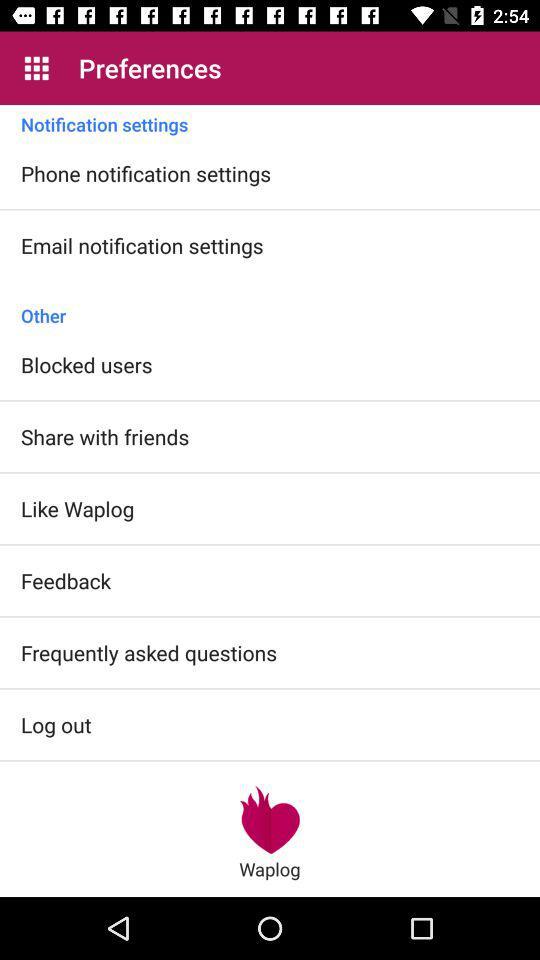 Image resolution: width=540 pixels, height=960 pixels. Describe the element at coordinates (76, 507) in the screenshot. I see `the like waplog icon` at that location.